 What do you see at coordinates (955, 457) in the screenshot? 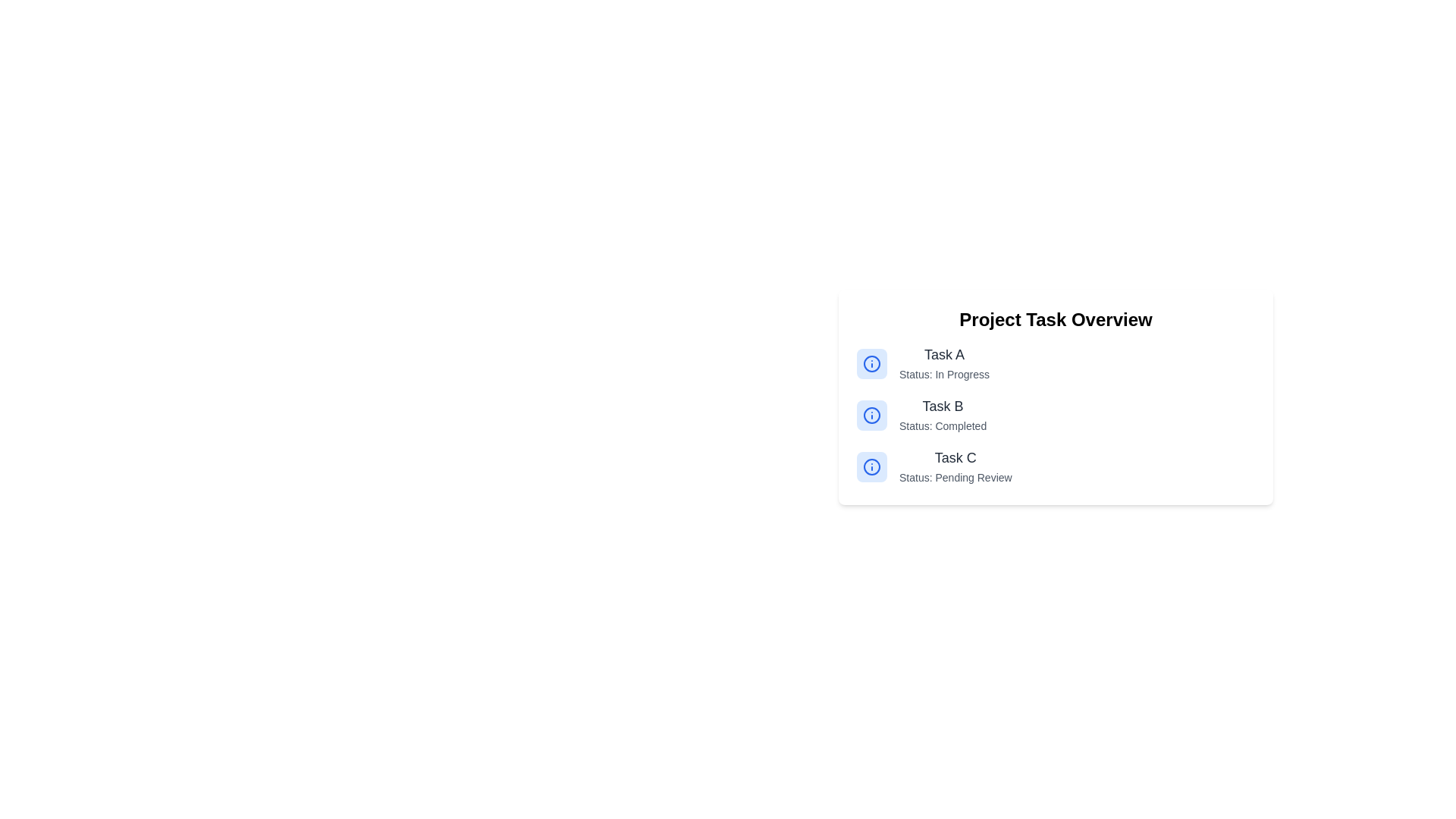
I see `the static text label that identifies the task, located below 'Task B' and above 'Status: Pending Review' in the task overview interface` at bounding box center [955, 457].